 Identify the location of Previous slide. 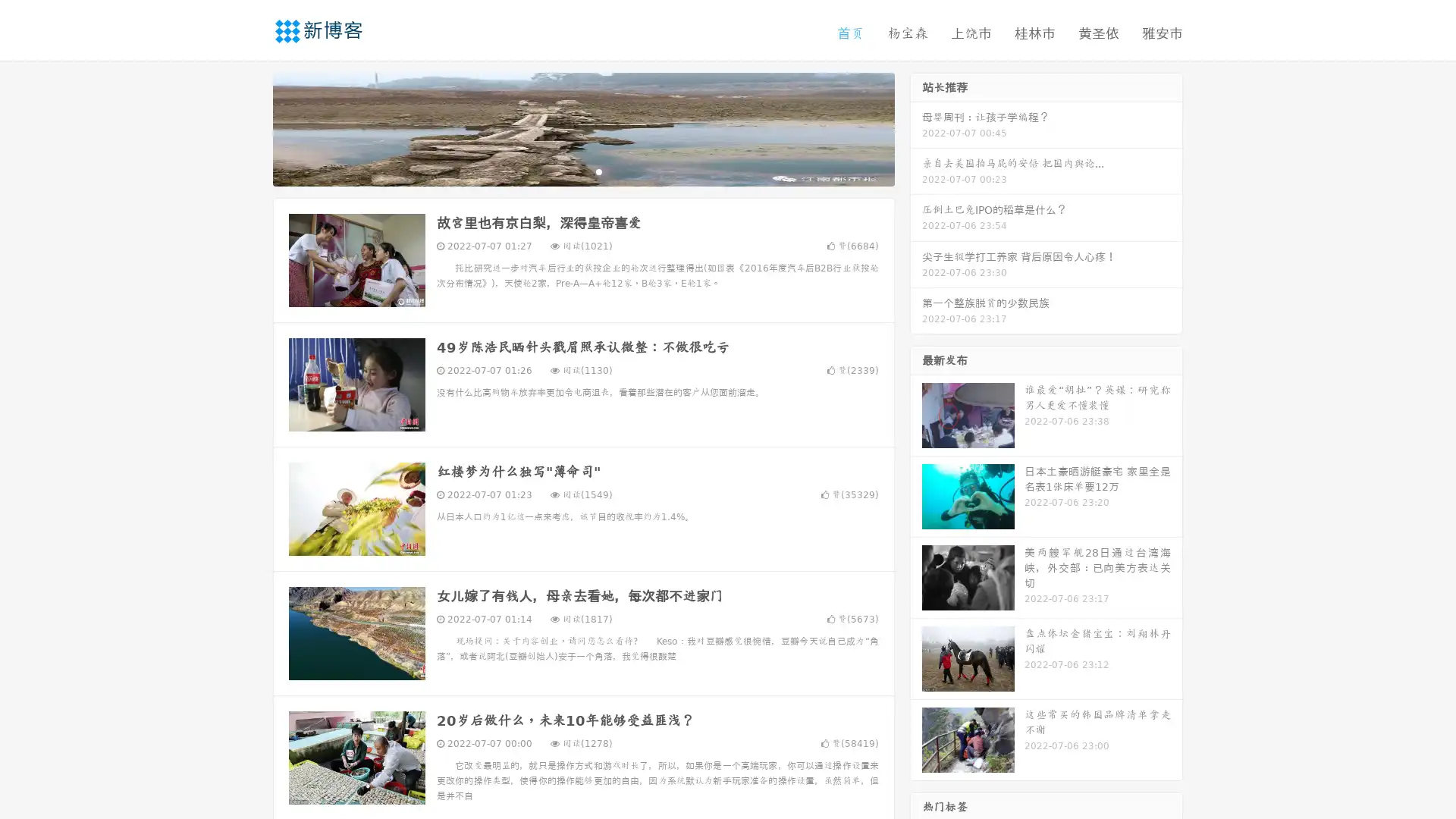
(250, 127).